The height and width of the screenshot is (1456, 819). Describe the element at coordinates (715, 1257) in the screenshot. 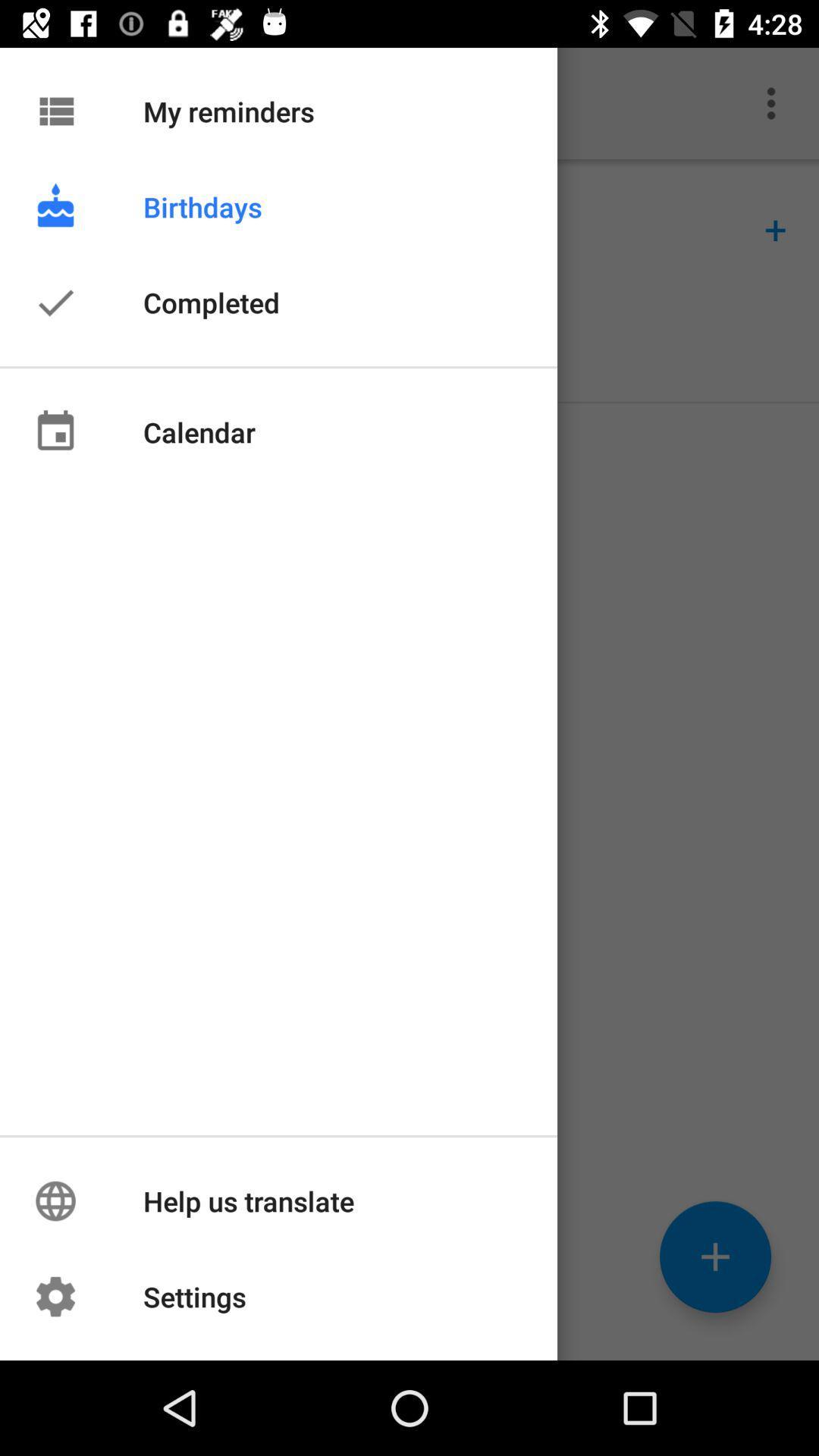

I see `the add icon` at that location.